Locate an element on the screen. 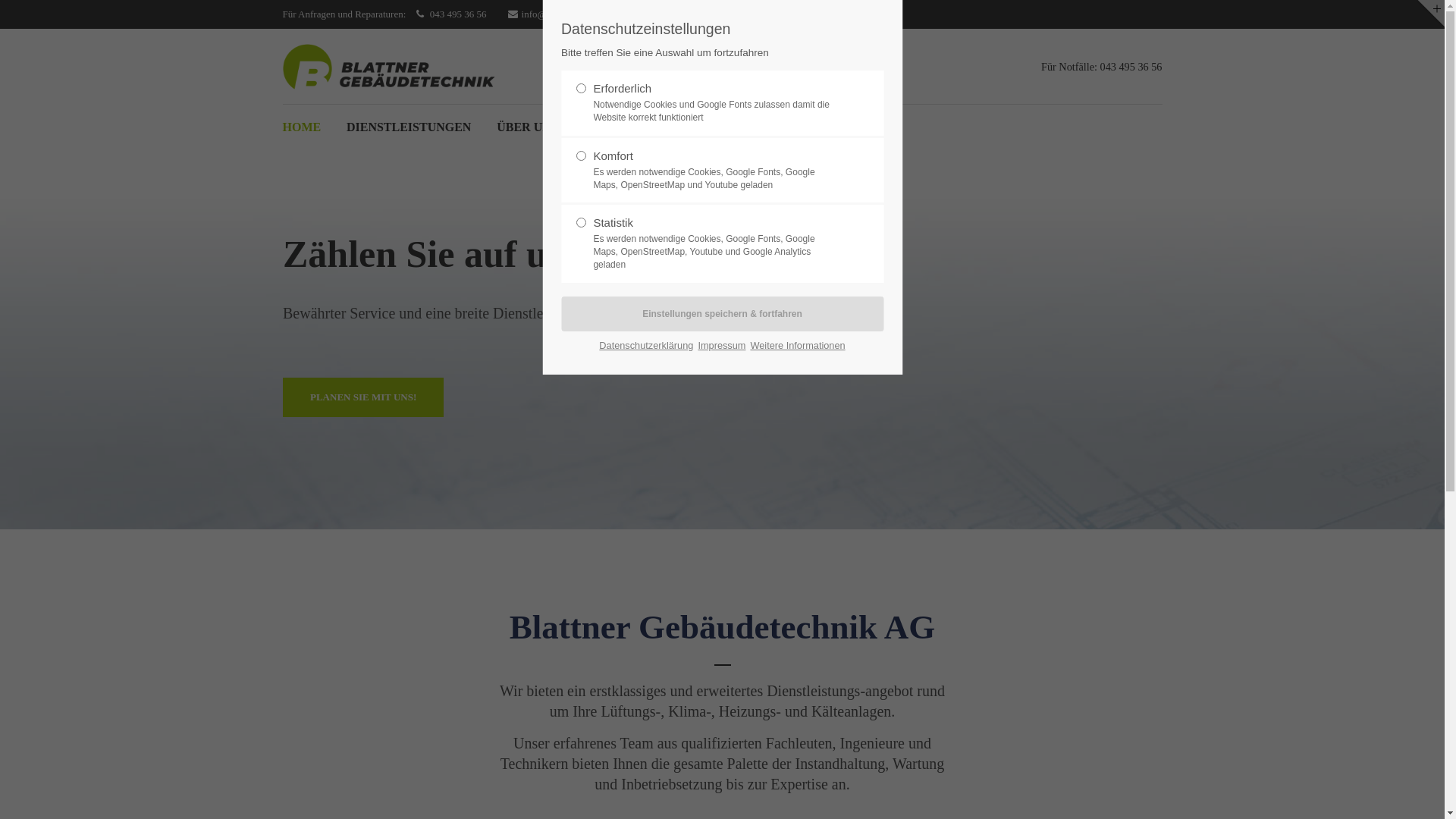  'Weitere Informationen' is located at coordinates (796, 345).